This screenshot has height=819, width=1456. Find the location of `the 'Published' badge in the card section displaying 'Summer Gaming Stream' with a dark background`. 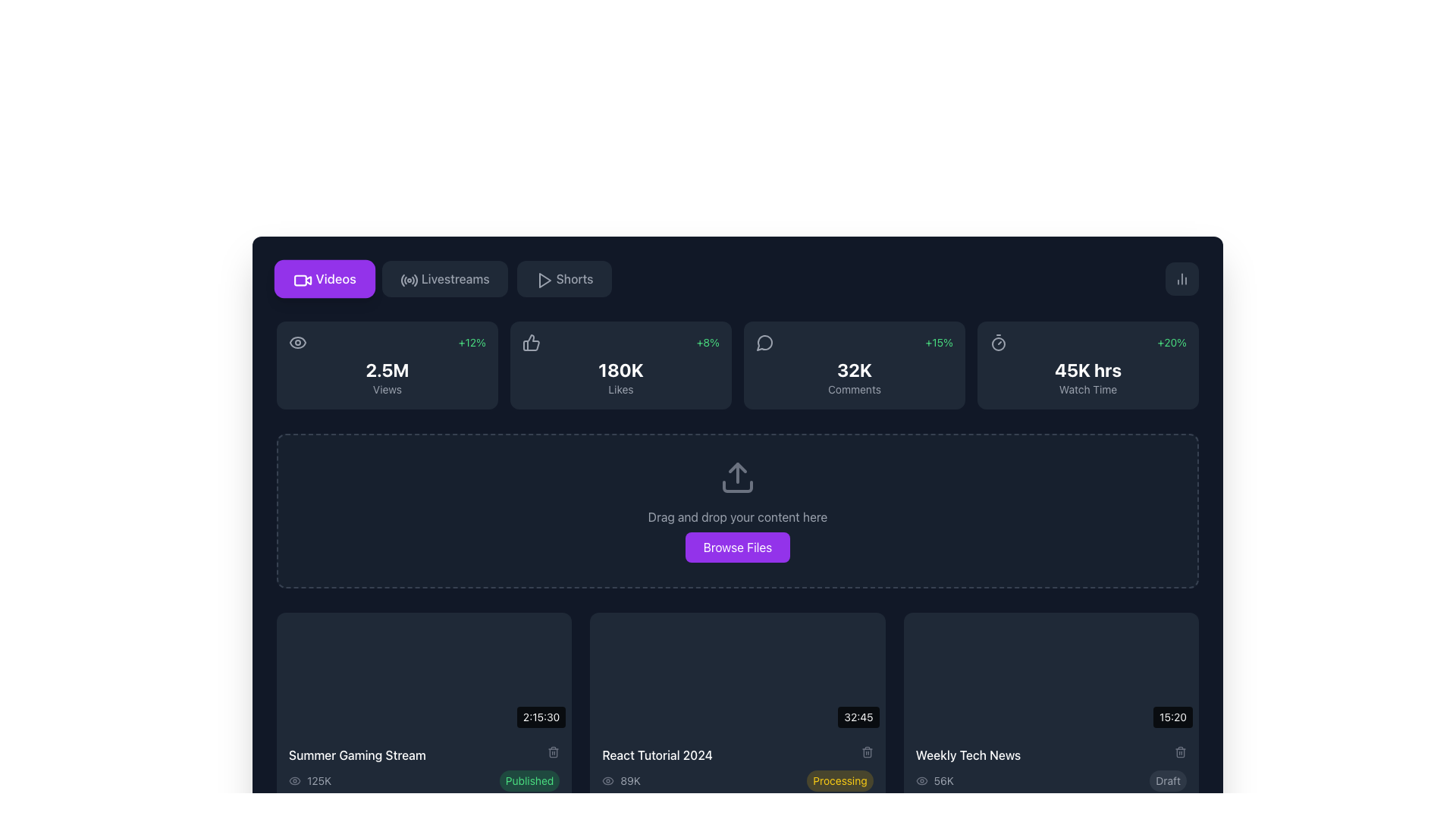

the 'Published' badge in the card section displaying 'Summer Gaming Stream' with a dark background is located at coordinates (424, 769).